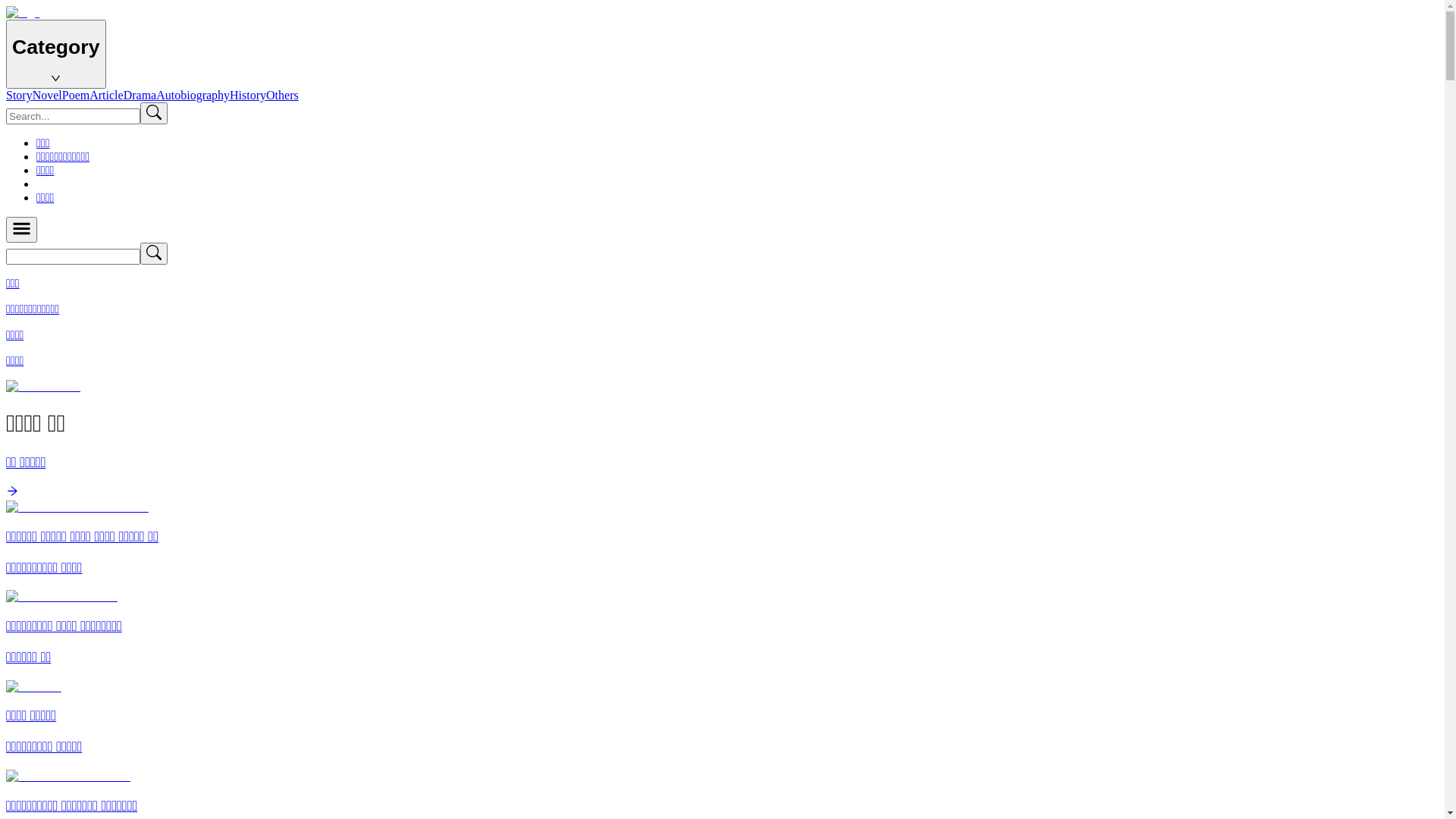 Image resolution: width=1456 pixels, height=819 pixels. I want to click on 'Drama', so click(140, 95).